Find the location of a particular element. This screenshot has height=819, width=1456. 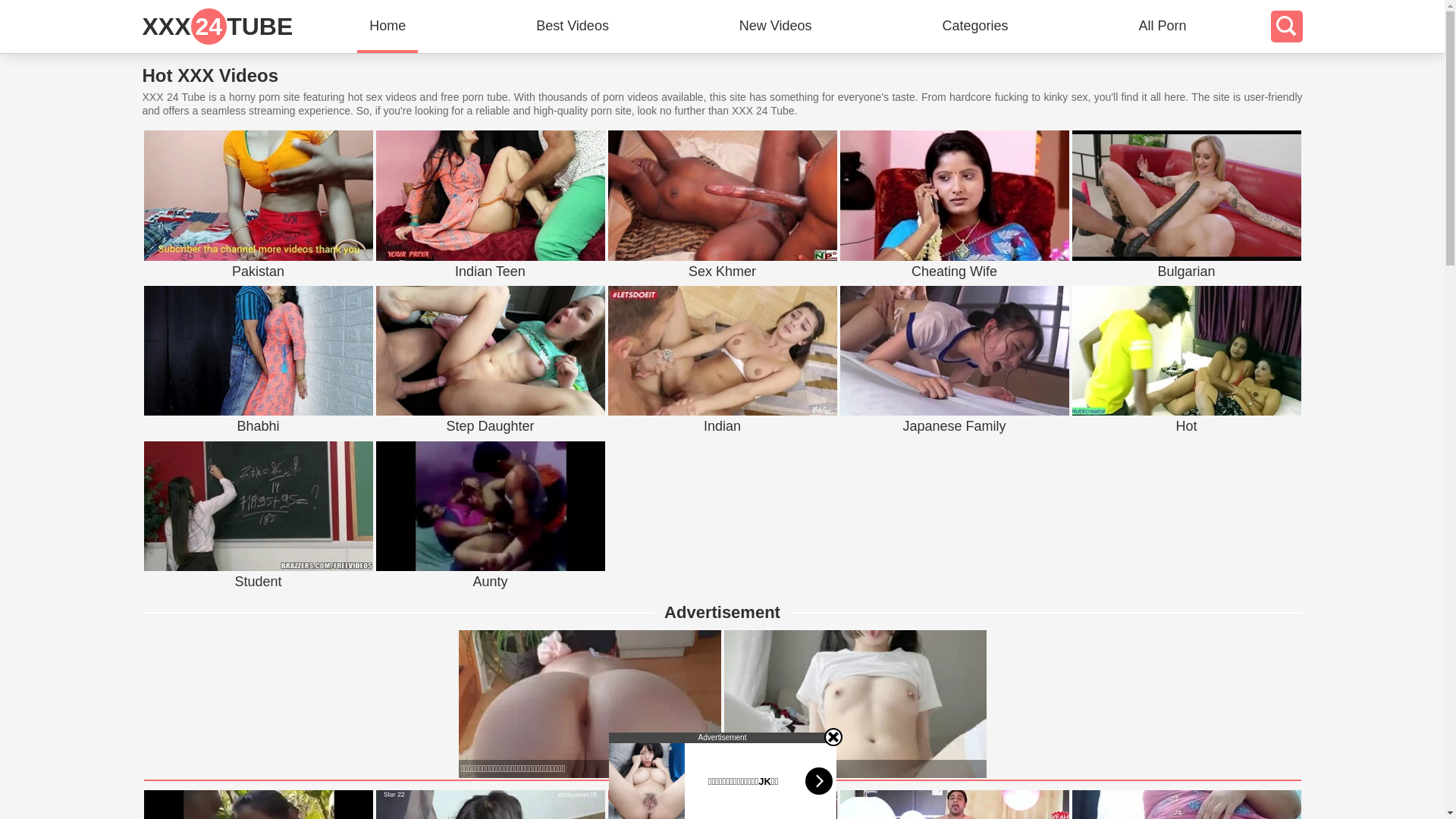

'Cheating Wife' is located at coordinates (953, 194).